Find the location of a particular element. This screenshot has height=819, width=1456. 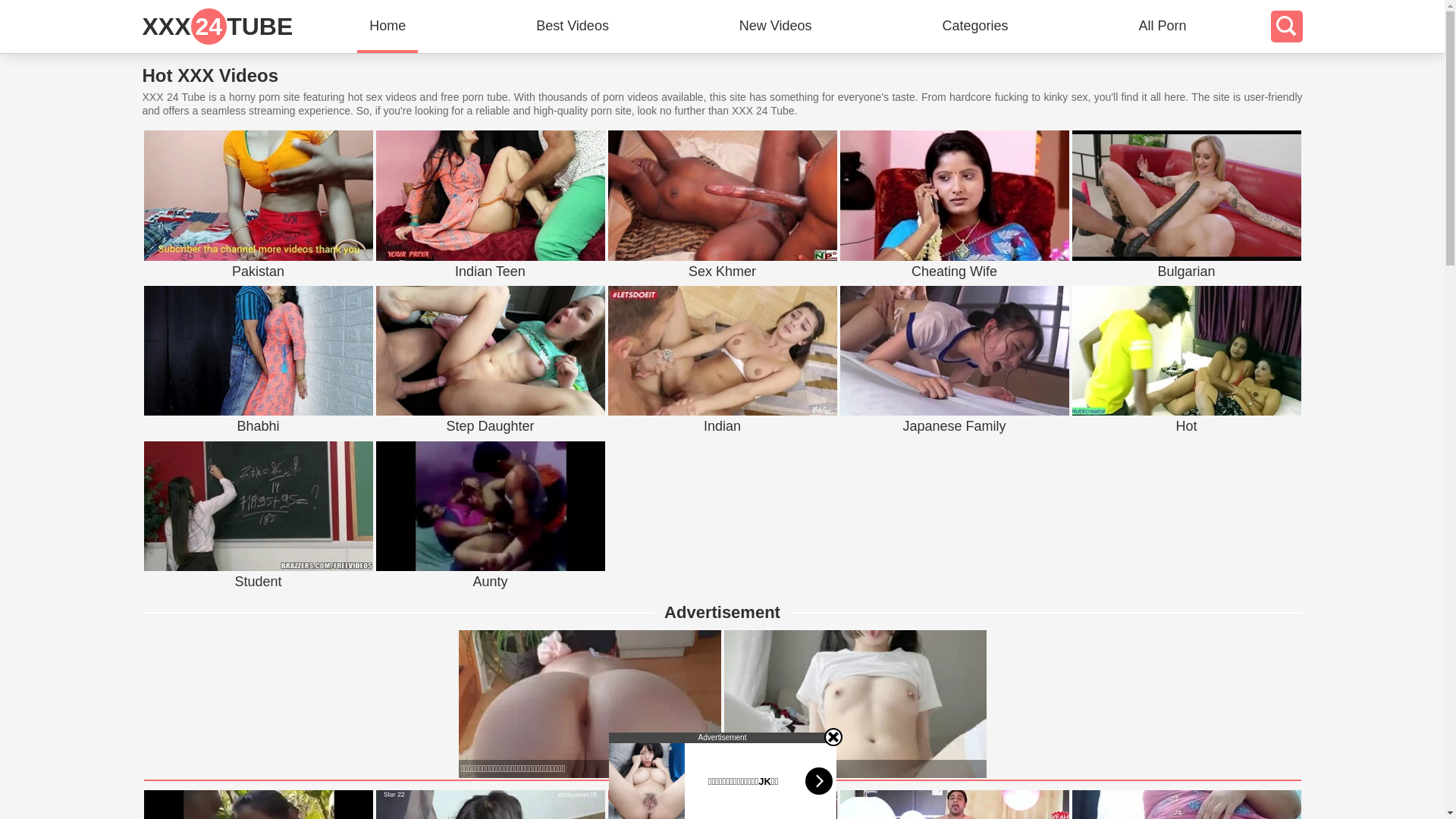

'Cheating Wife' is located at coordinates (953, 194).